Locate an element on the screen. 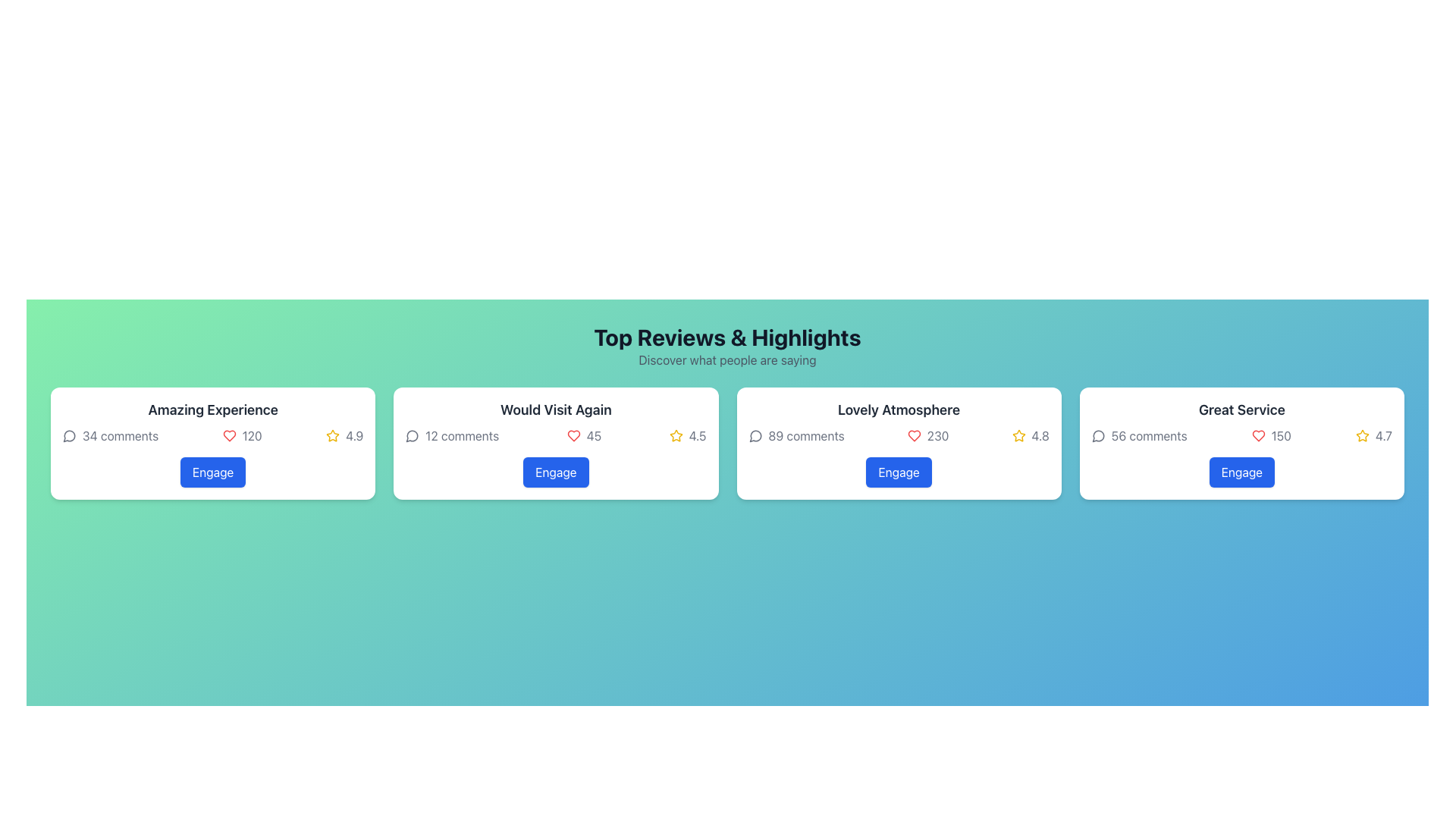  the numerical average rating text associated with the 'Amazing Experience' card, located to the right of the star icon in the bottom-right section of the first review card is located at coordinates (353, 435).